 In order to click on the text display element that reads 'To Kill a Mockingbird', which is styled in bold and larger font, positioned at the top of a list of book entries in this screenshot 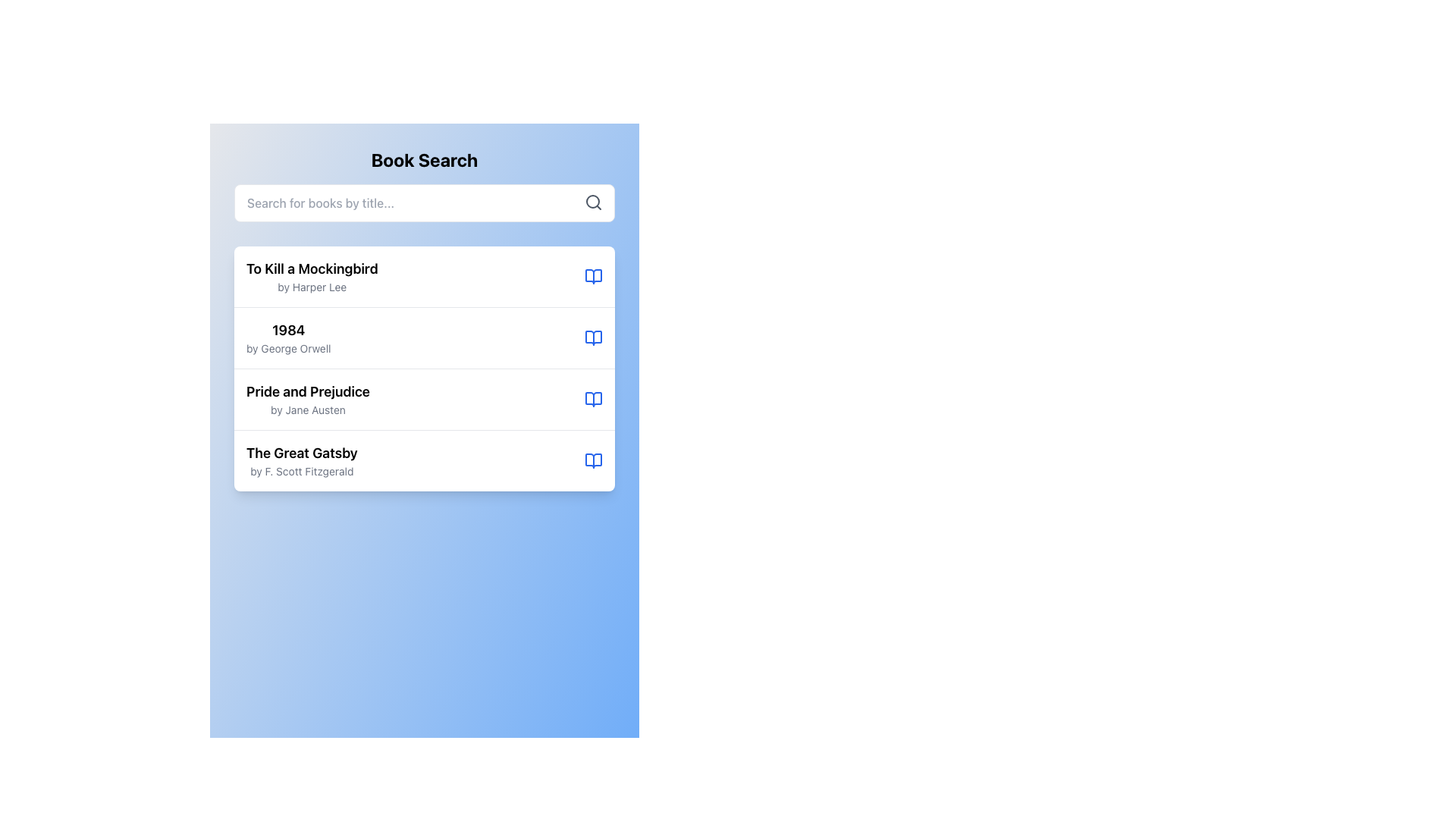, I will do `click(311, 268)`.